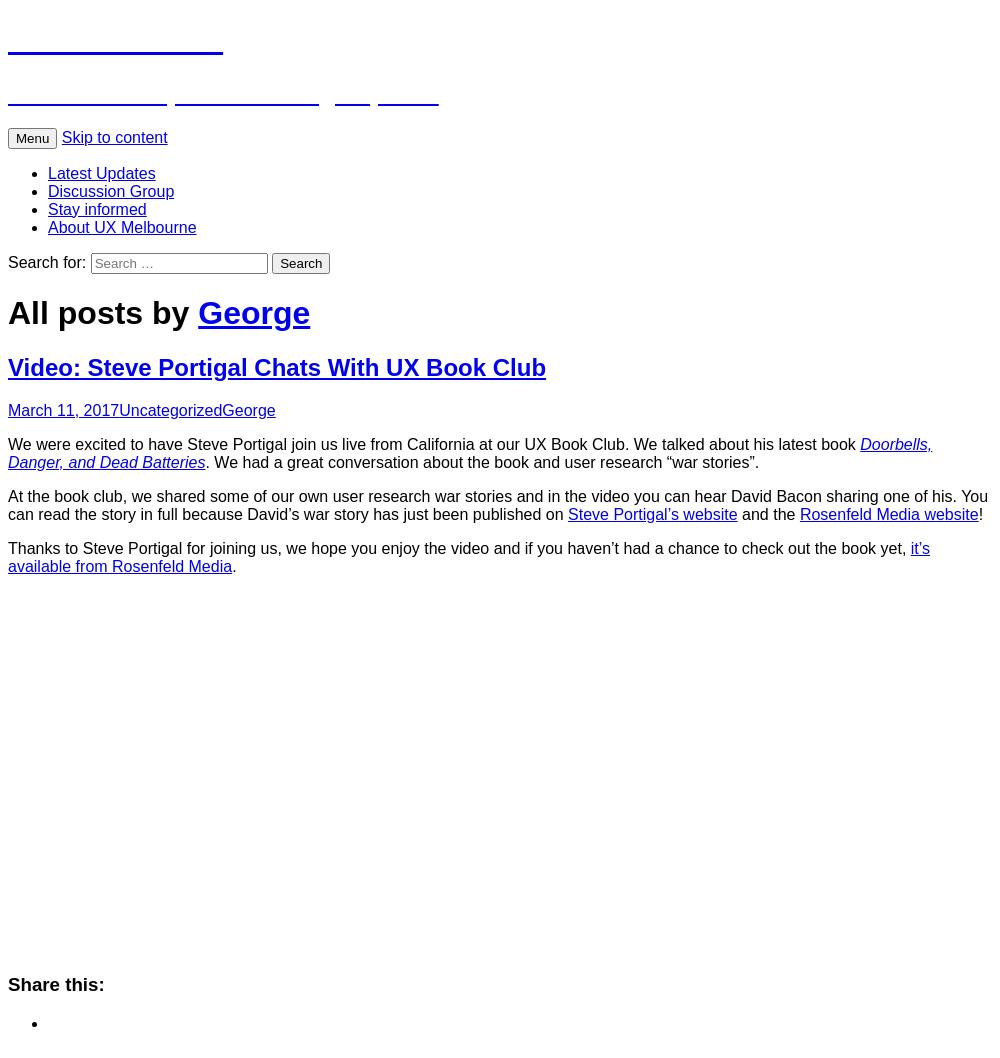 Image resolution: width=1000 pixels, height=1058 pixels. Describe the element at coordinates (56, 983) in the screenshot. I see `'Share this:'` at that location.